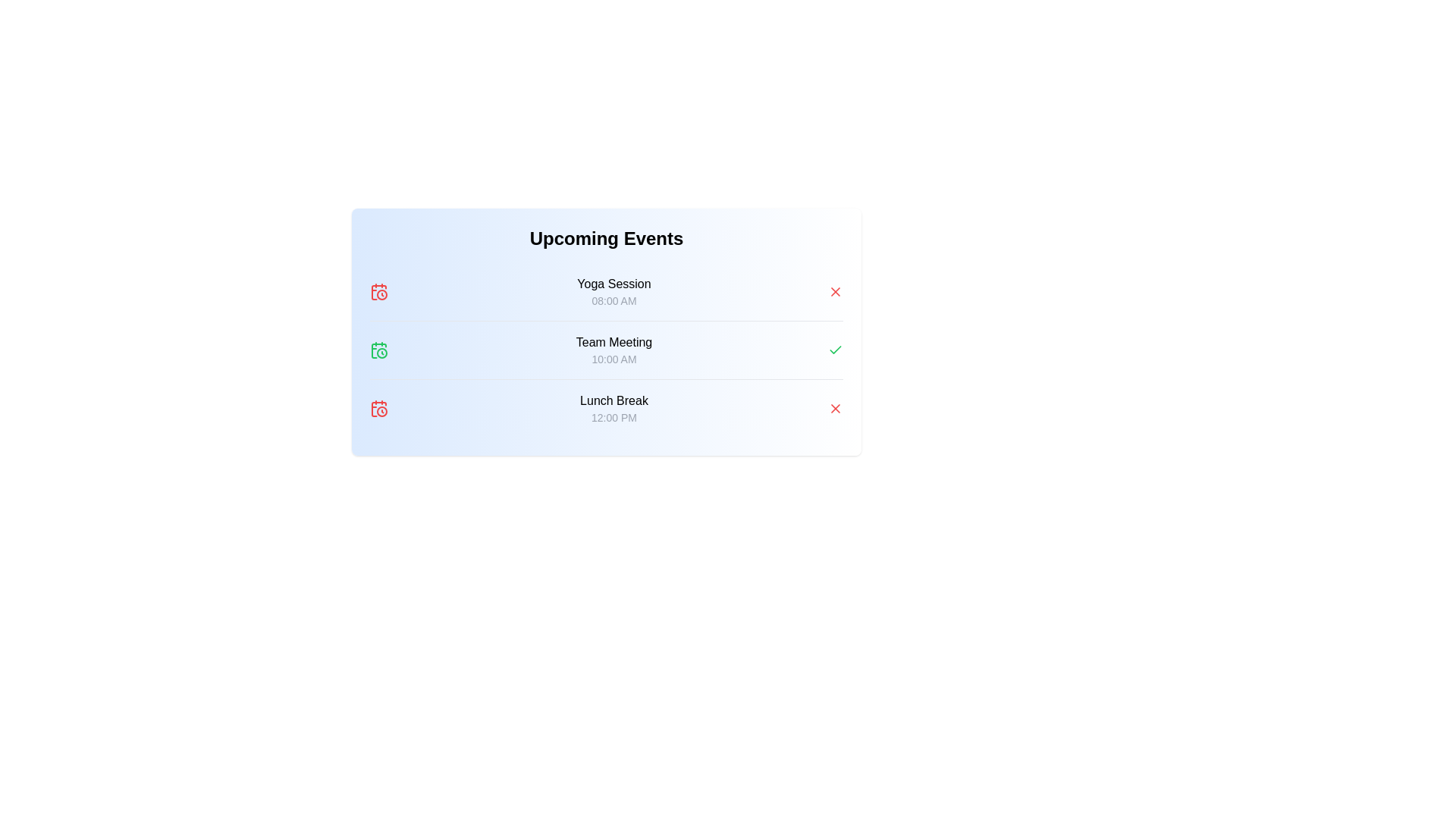 This screenshot has height=819, width=1456. What do you see at coordinates (378, 292) in the screenshot?
I see `the icon representing the scheduled event for the 'Yoga Session' in the first row of the 'Upcoming Events' list` at bounding box center [378, 292].